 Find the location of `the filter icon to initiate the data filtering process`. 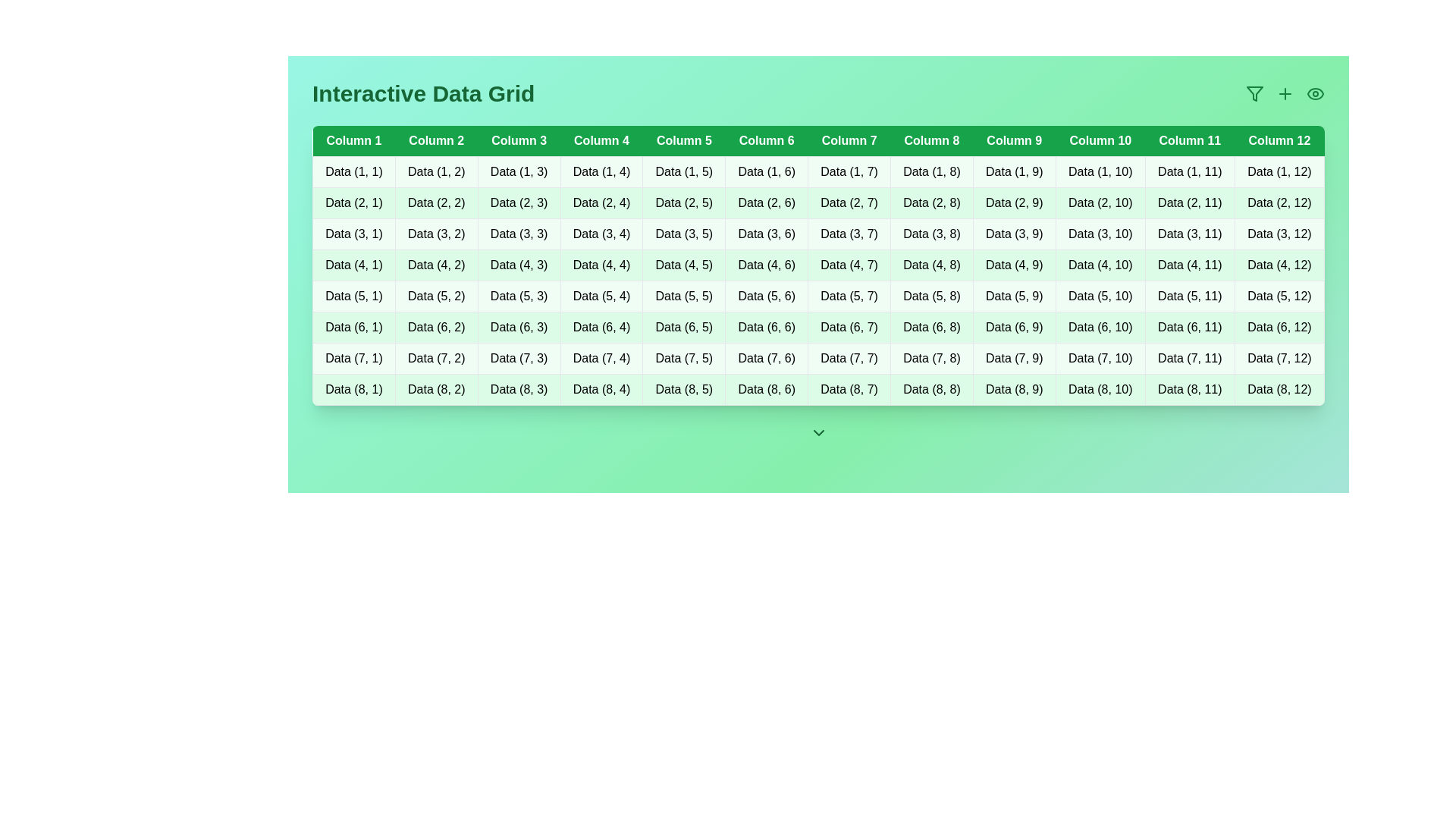

the filter icon to initiate the data filtering process is located at coordinates (1255, 93).